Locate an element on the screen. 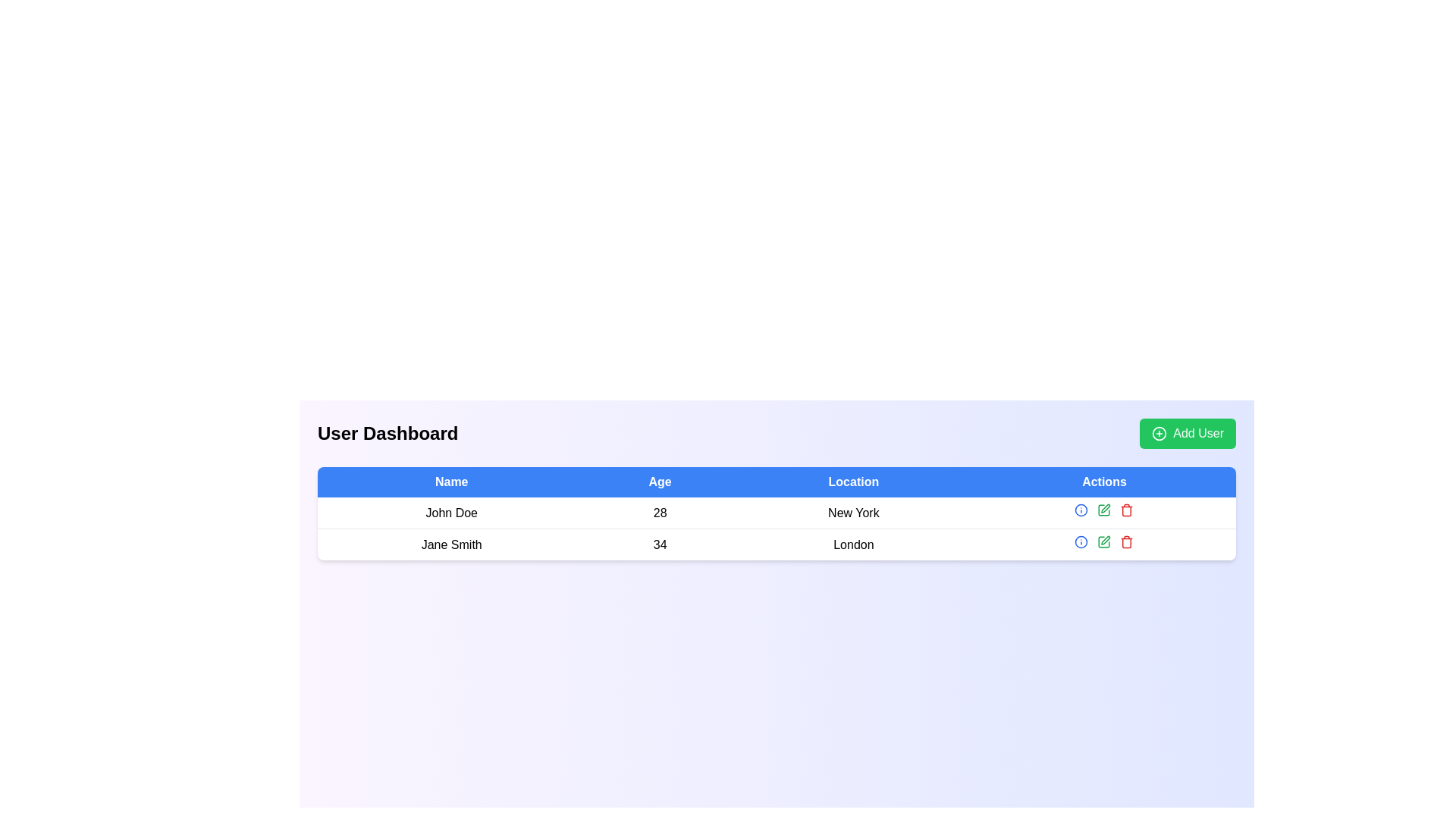 The width and height of the screenshot is (1456, 819). the header label for the 'Name' column in the data table, which is the first item in the horizontal list of headers at the top-left corner is located at coordinates (450, 482).